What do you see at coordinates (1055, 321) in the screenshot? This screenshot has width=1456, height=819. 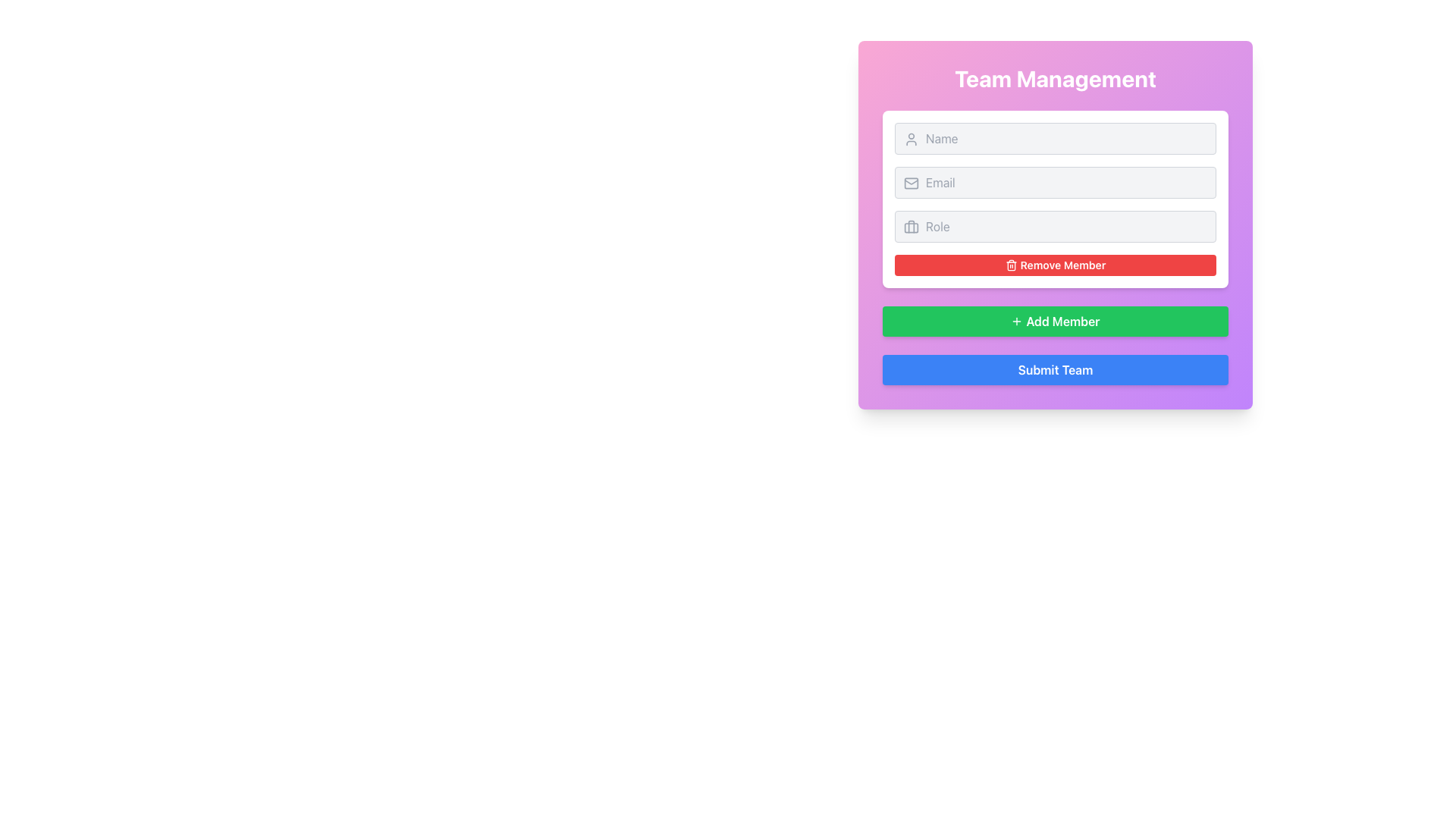 I see `the '+ Add Member' button with a vibrant green background and bold white text` at bounding box center [1055, 321].